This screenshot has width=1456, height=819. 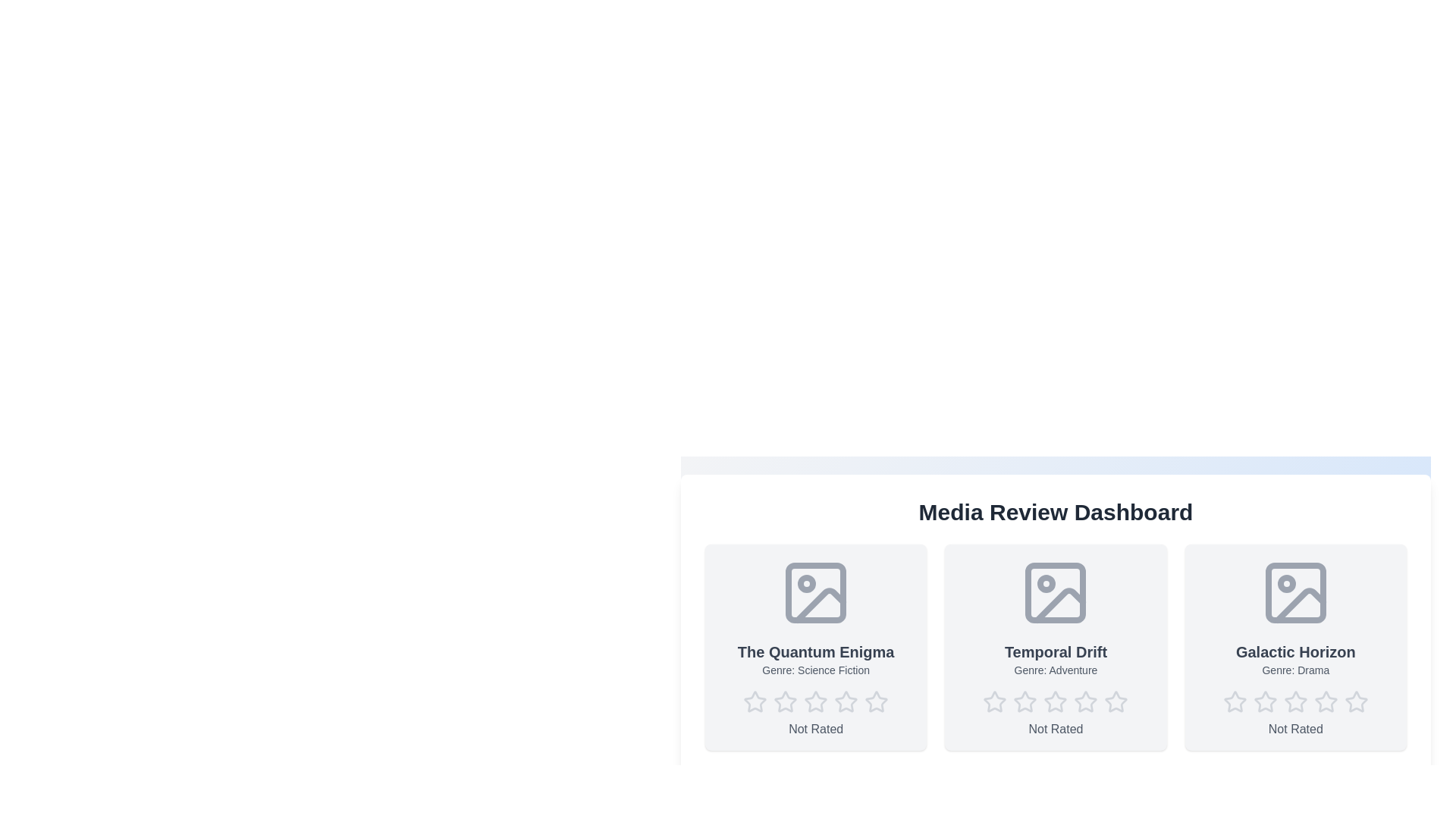 What do you see at coordinates (1055, 651) in the screenshot?
I see `the title of the media item Temporal Drift to select or highlight it` at bounding box center [1055, 651].